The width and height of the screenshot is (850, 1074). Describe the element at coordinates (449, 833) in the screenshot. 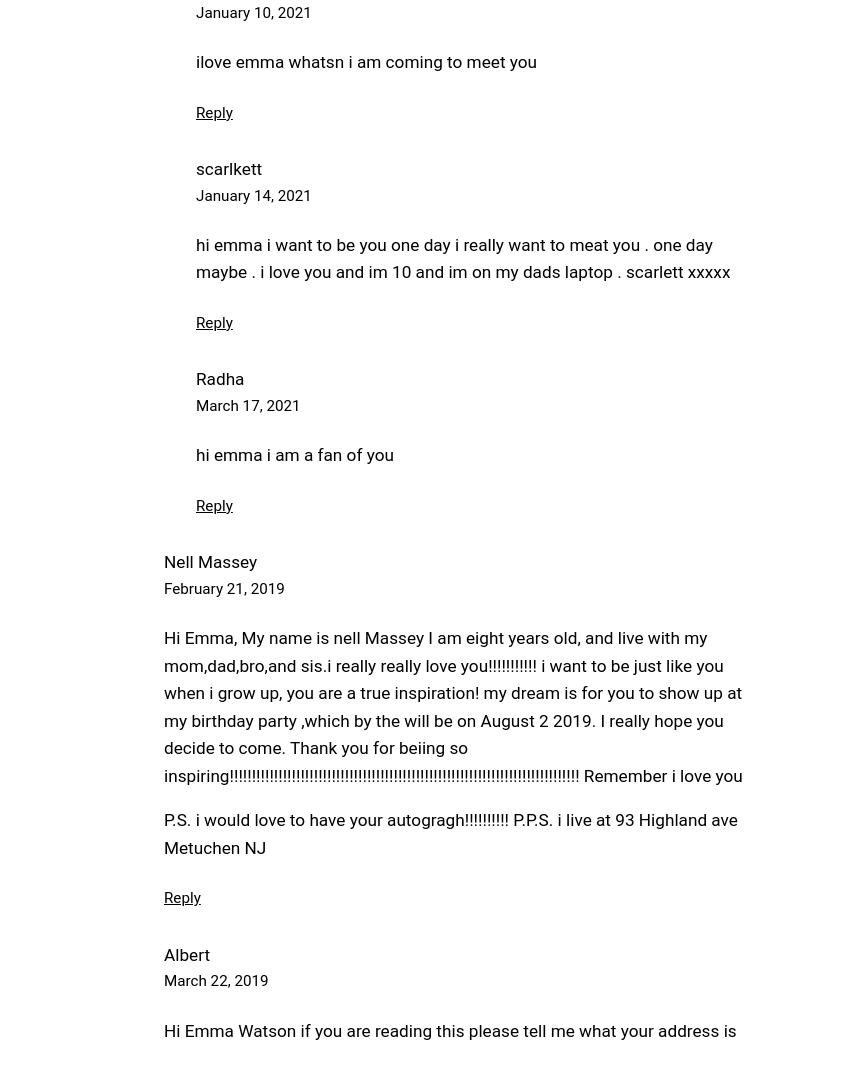

I see `'P.S. i would love to have your autogragh!!!!!!!!!!    P.P.S. i live at 93 Highland ave Metuchen NJ'` at that location.